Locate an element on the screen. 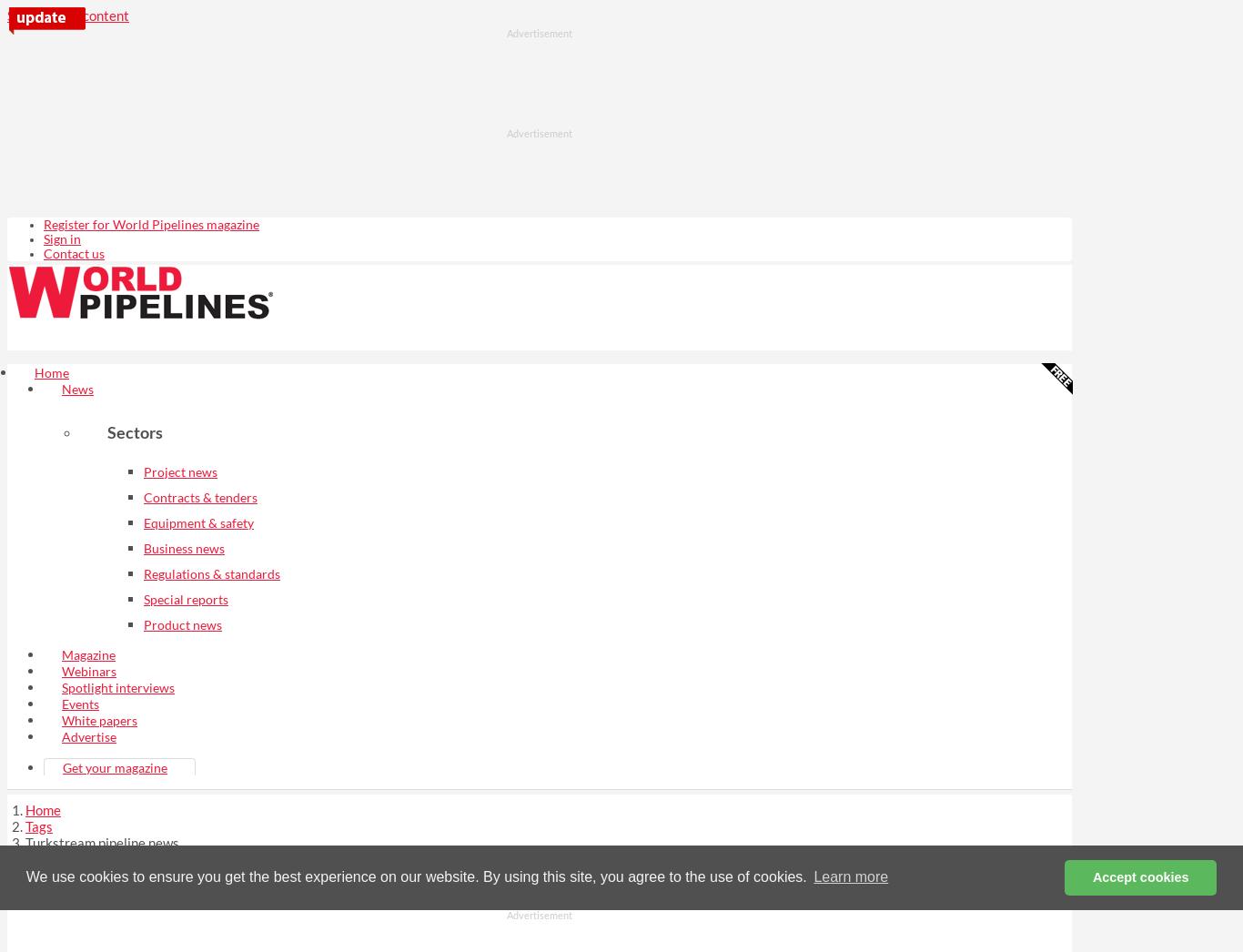  'Sign in' is located at coordinates (62, 238).